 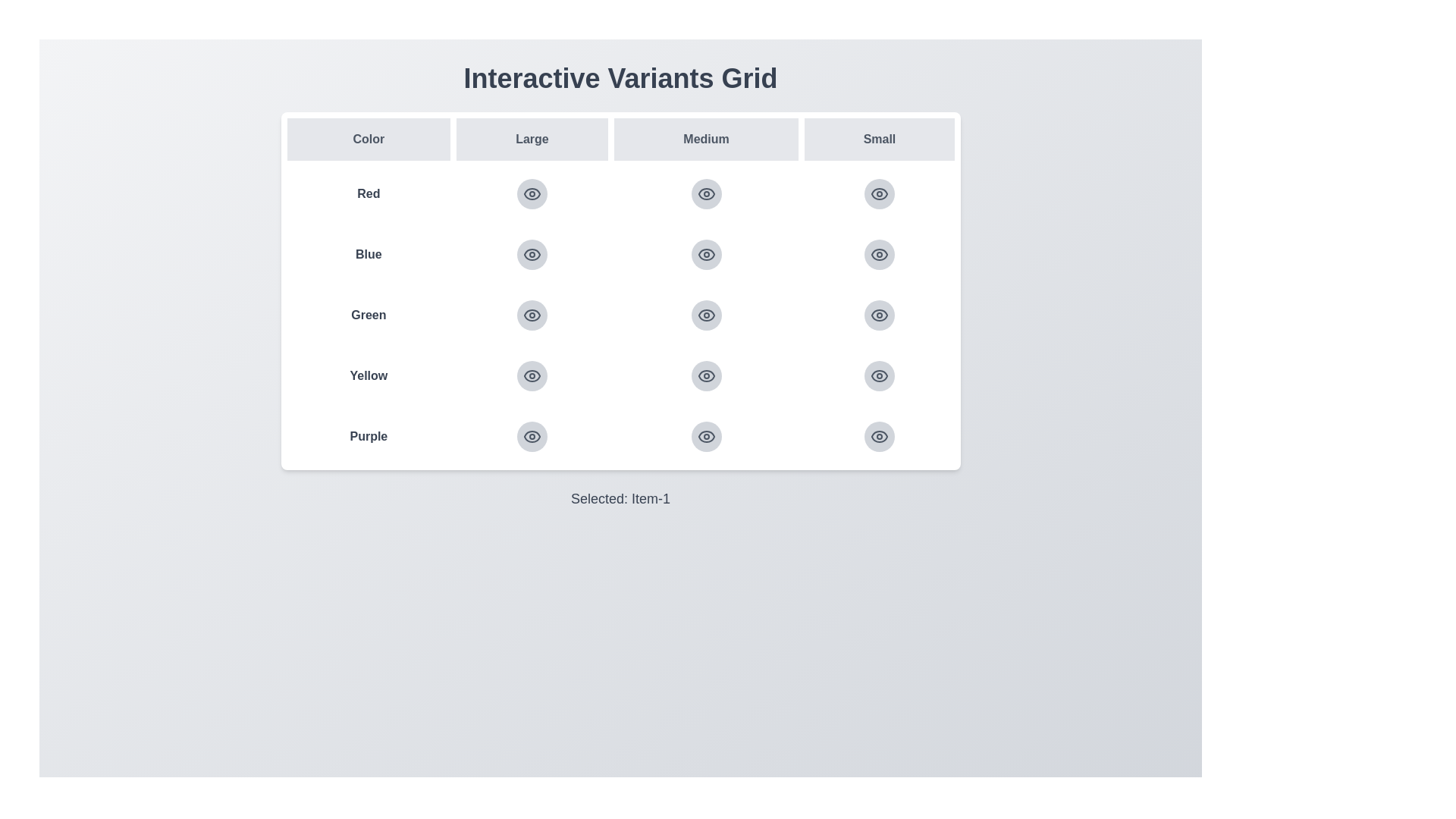 I want to click on the circular icon representing a view or visibility action located in the 'Interactive Variants Grid' table under the 'Blue' row and 'Small' column, so click(x=880, y=253).